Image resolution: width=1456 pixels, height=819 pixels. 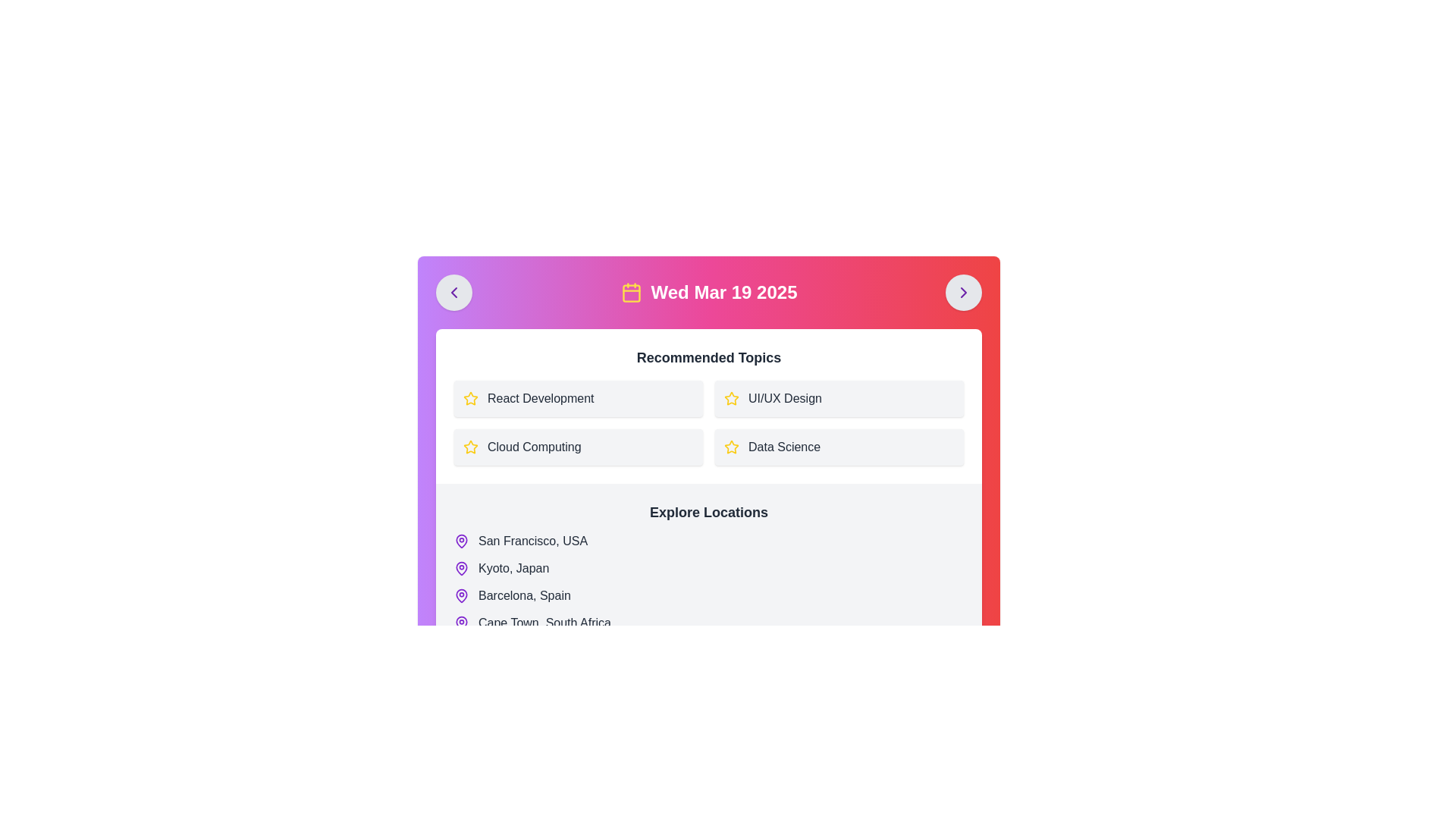 I want to click on the text display element that shows the current or selected date, centrally positioned in the header section of the interface, so click(x=723, y=292).